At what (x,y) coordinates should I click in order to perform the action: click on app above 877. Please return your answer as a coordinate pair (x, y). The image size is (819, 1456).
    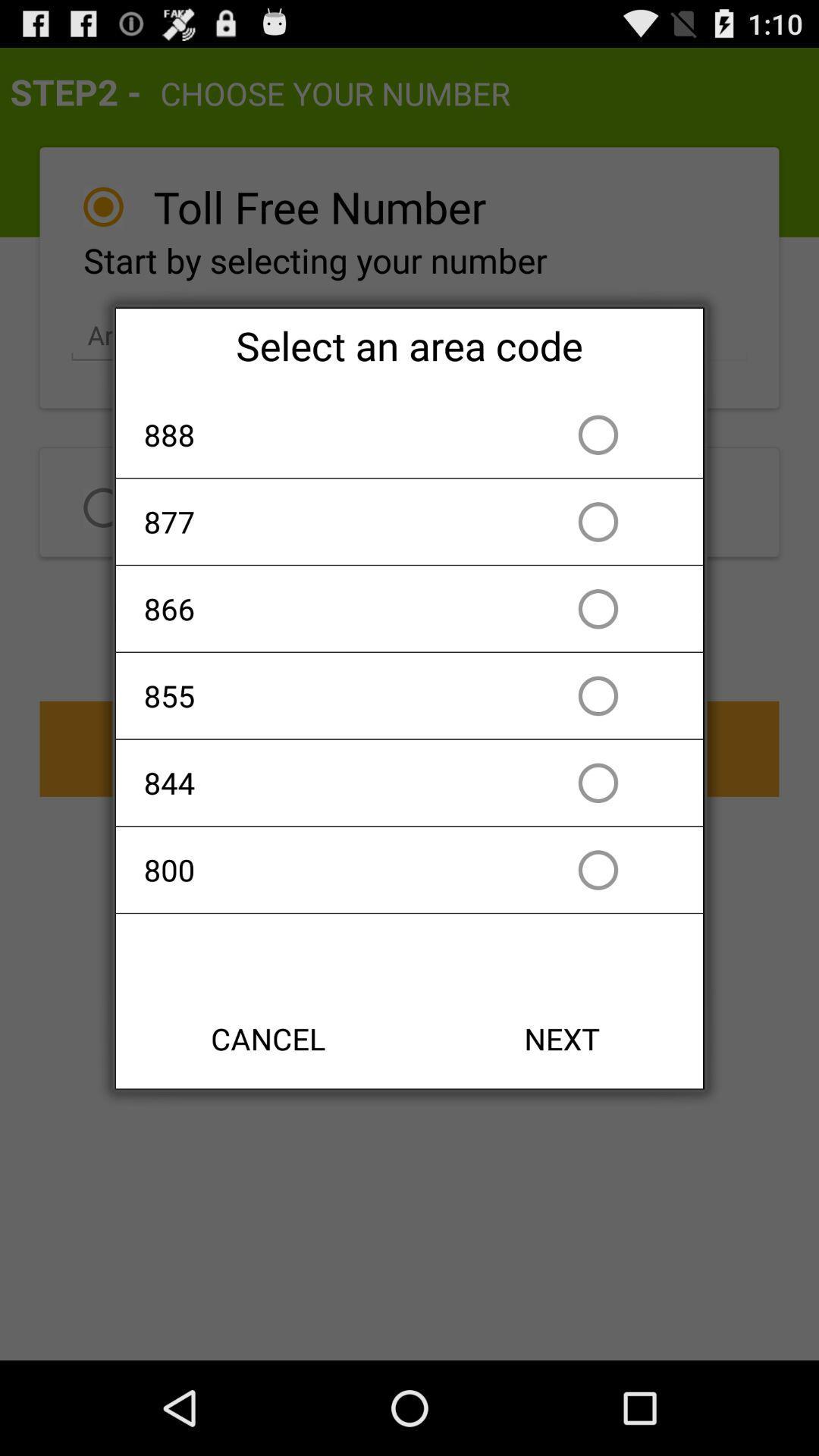
    Looking at the image, I should click on (322, 434).